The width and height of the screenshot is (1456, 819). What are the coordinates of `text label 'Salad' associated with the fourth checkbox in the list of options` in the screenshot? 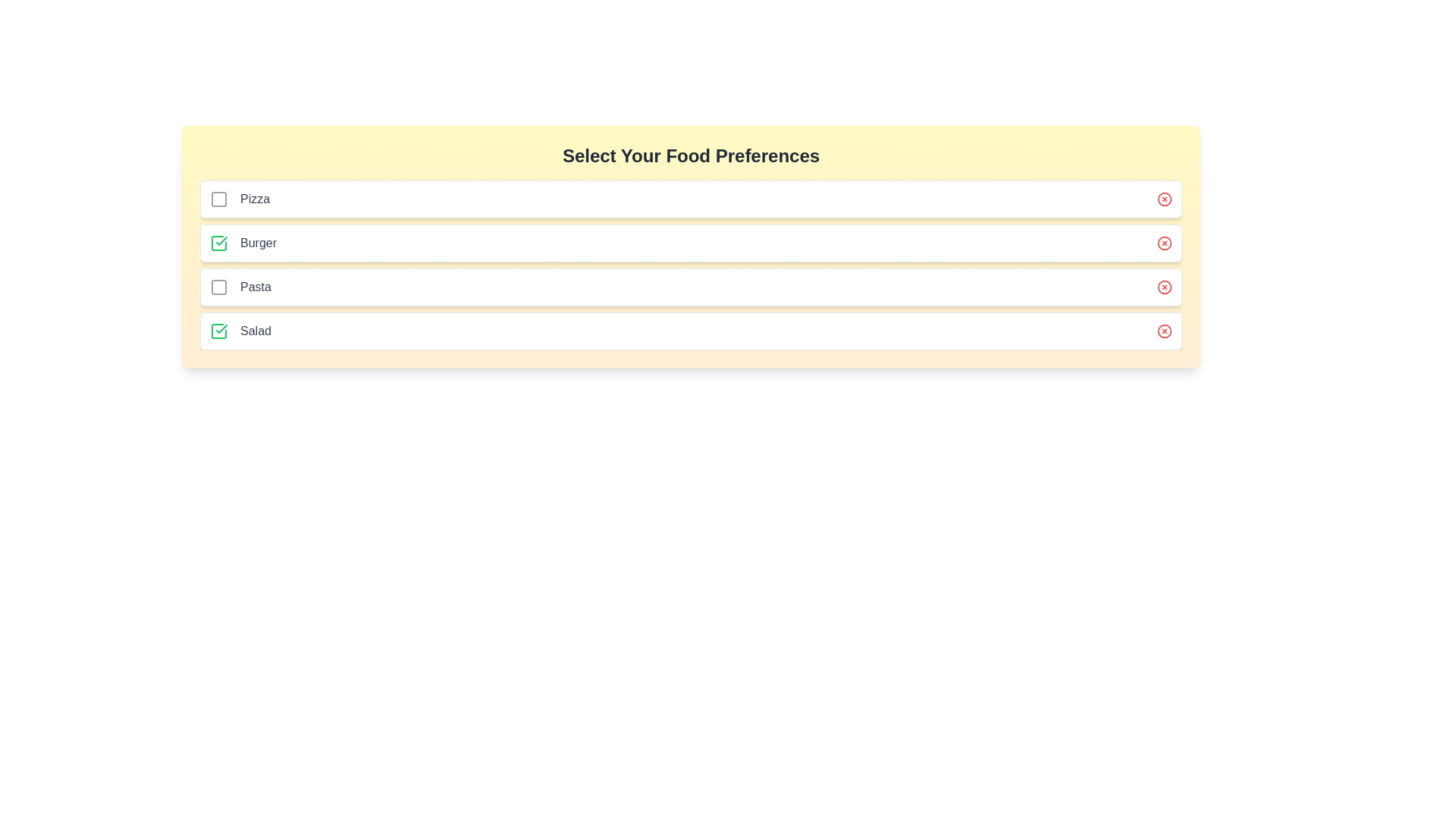 It's located at (240, 330).